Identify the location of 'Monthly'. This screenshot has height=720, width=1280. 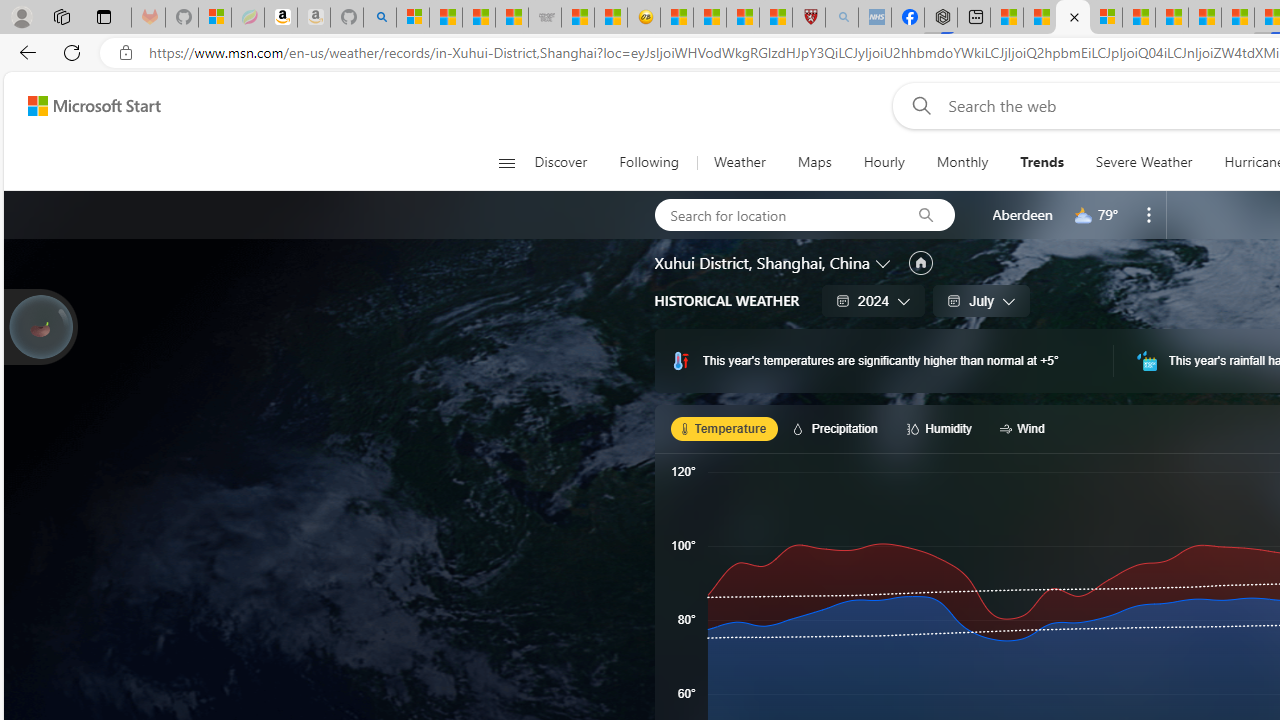
(962, 162).